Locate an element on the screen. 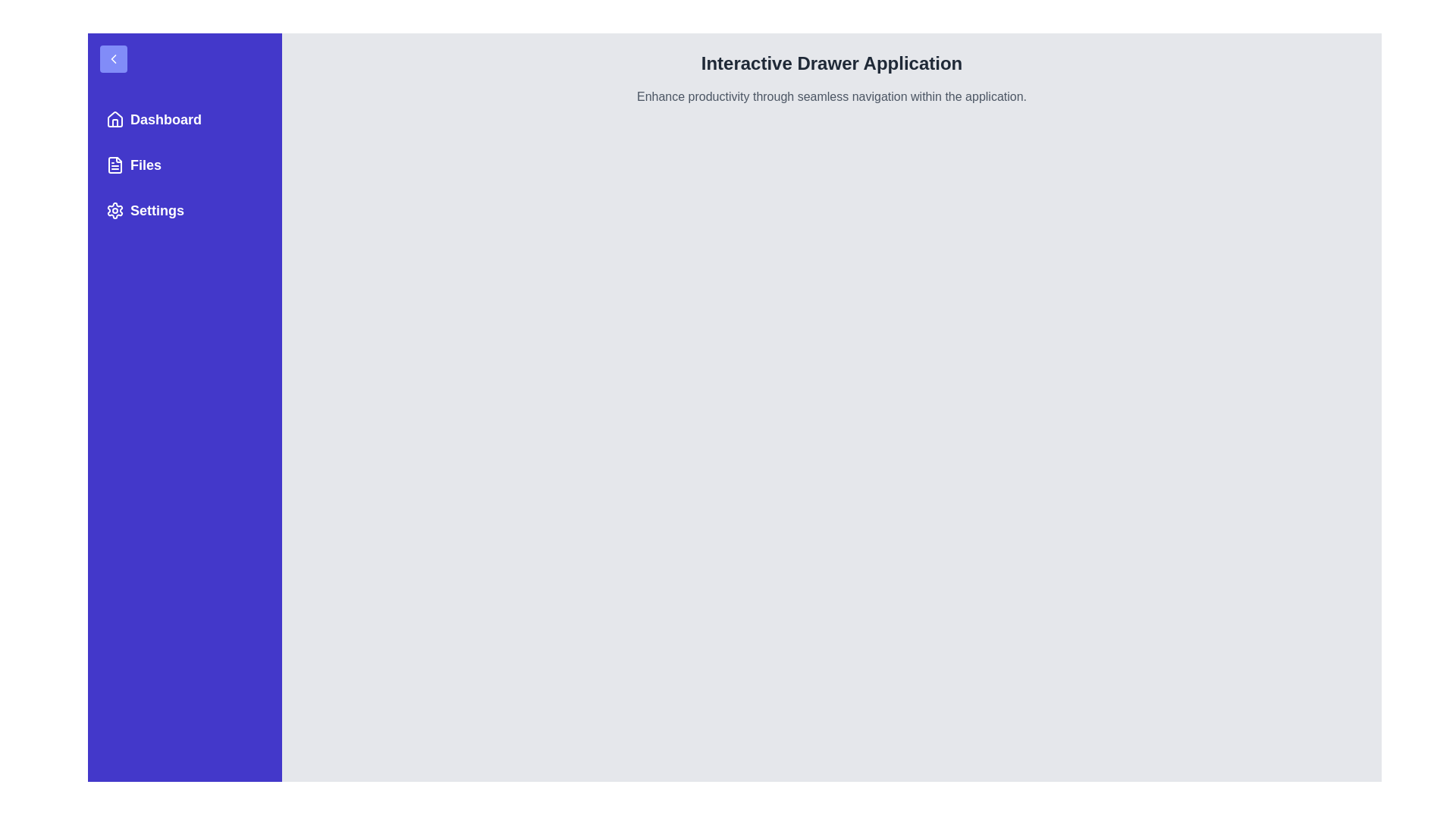 Image resolution: width=1456 pixels, height=819 pixels. the menu item labeled Settings to navigate to the corresponding section is located at coordinates (184, 210).